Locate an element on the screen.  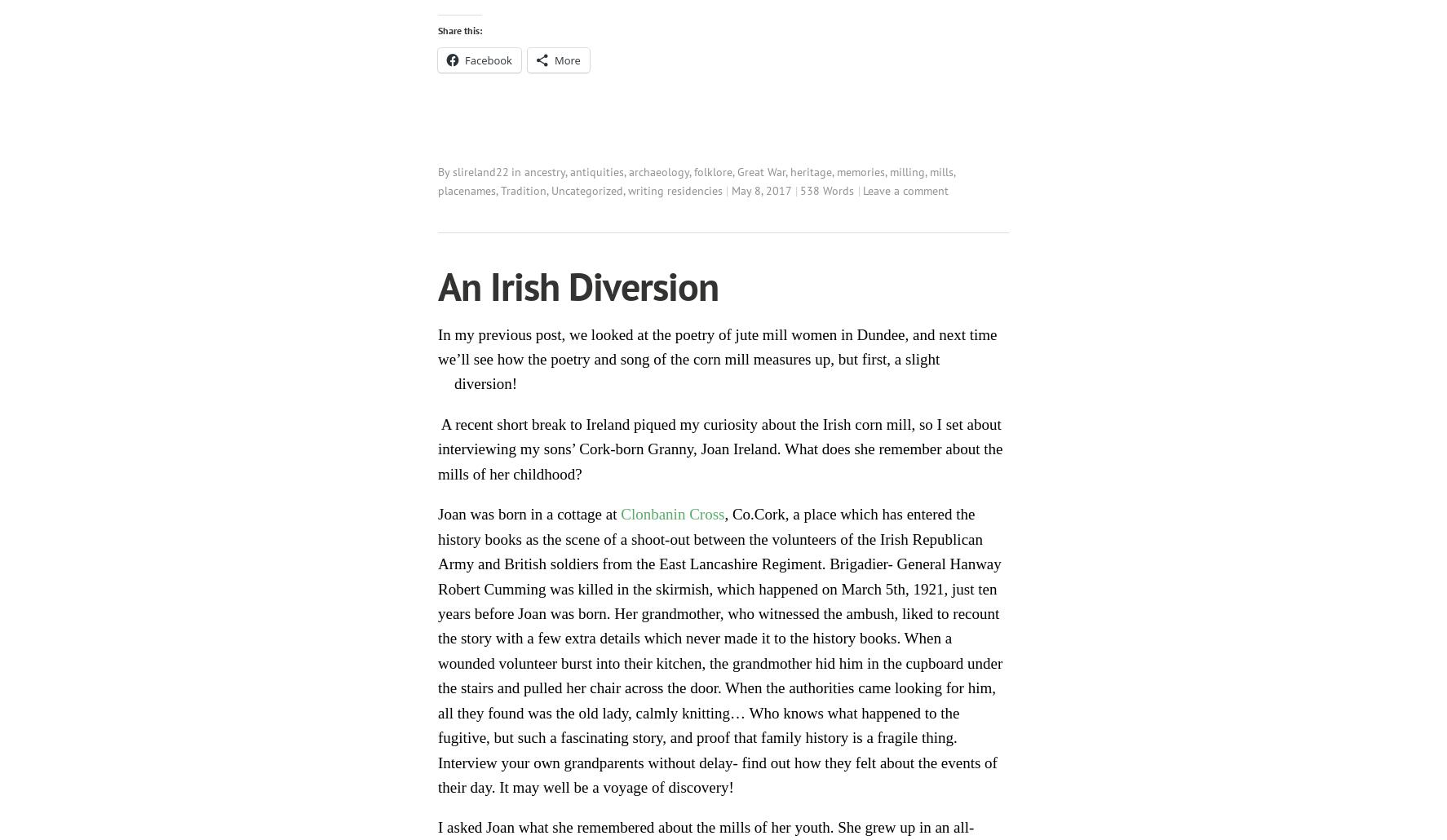
'A' is located at coordinates (443, 423).